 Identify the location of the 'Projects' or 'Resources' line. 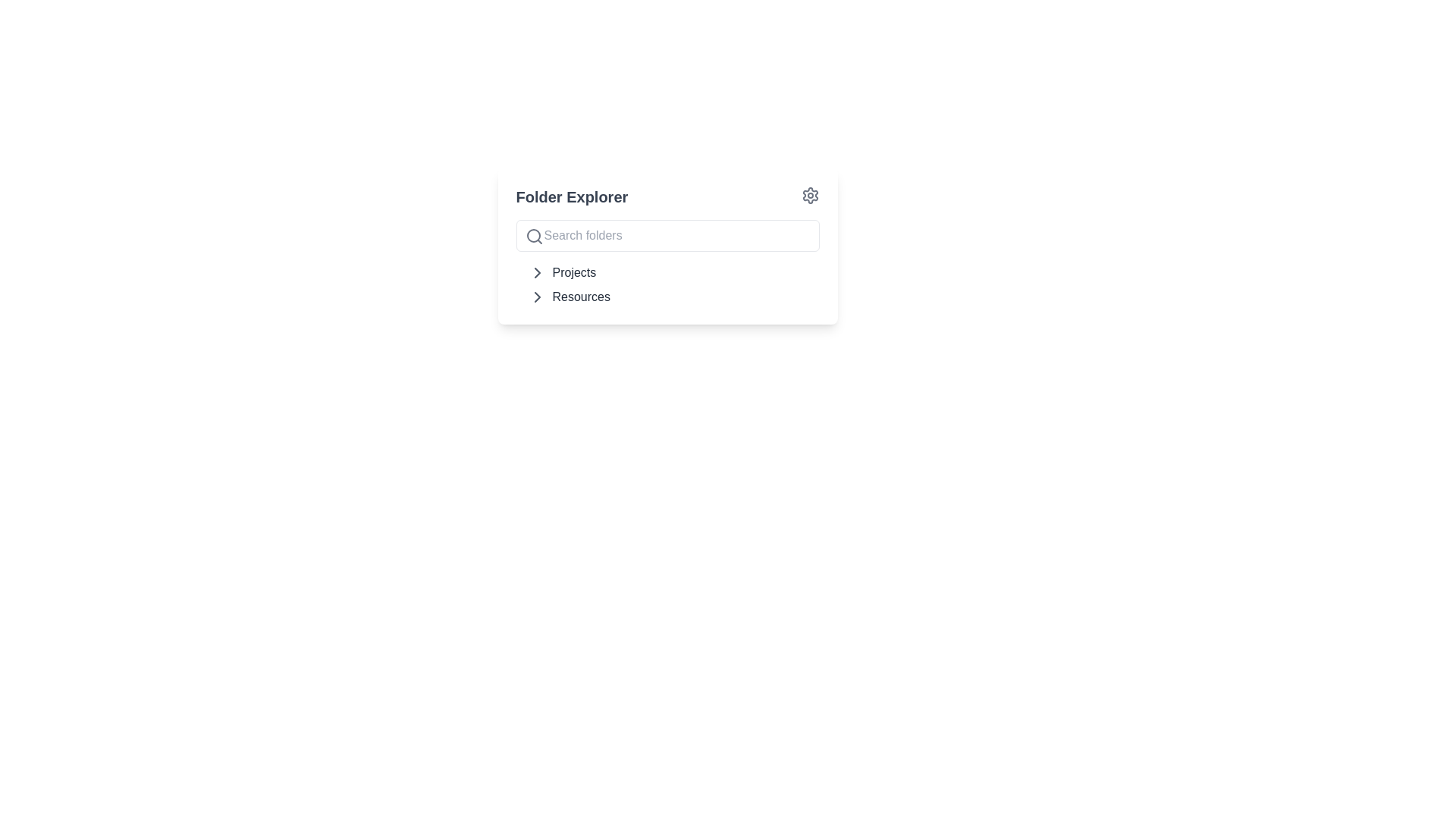
(673, 284).